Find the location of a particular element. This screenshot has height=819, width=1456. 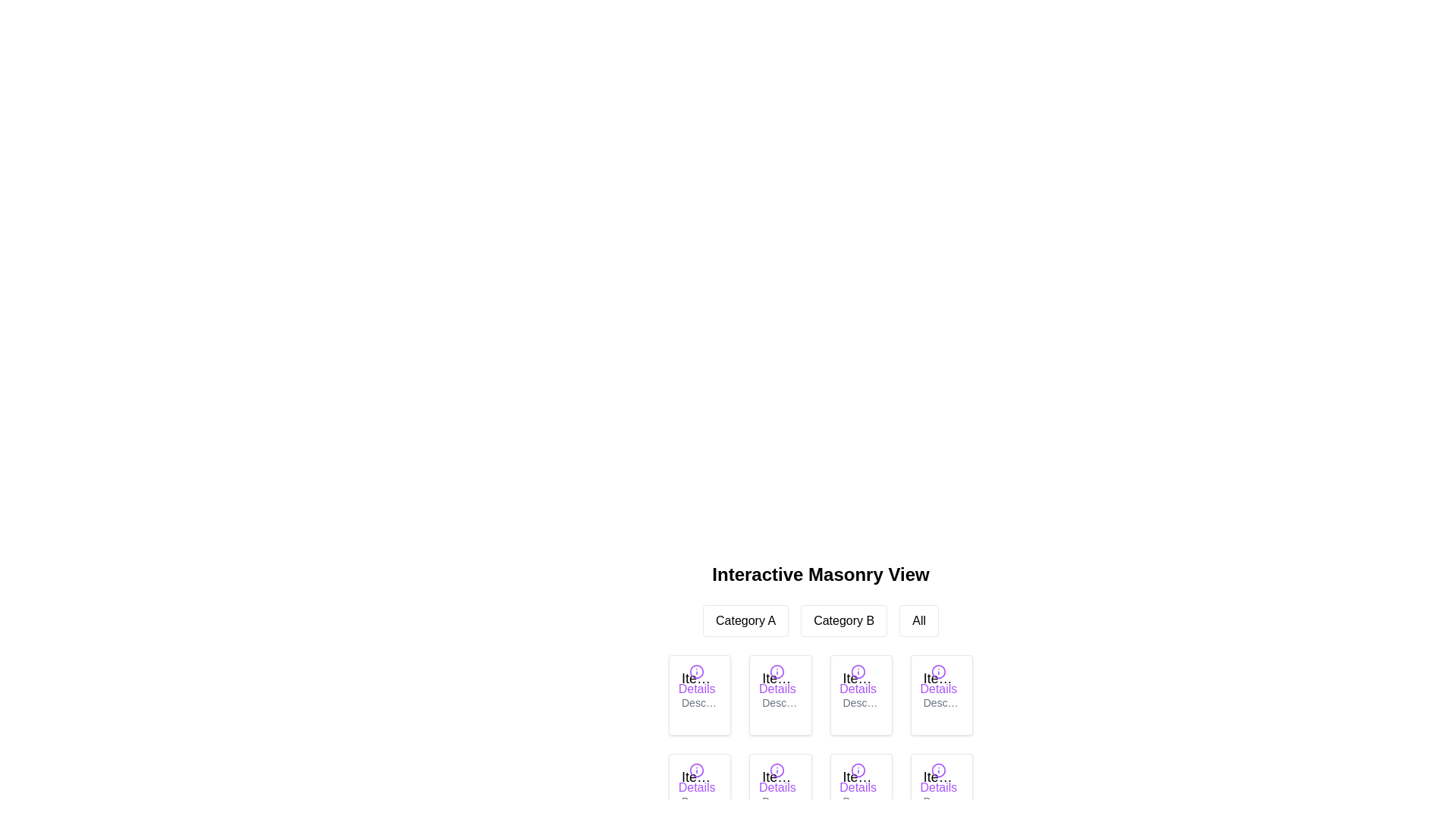

the rectangular card containing the title 'Item 1', which is the first card in the grid layout, located in the top-left corner of the grid is located at coordinates (699, 695).